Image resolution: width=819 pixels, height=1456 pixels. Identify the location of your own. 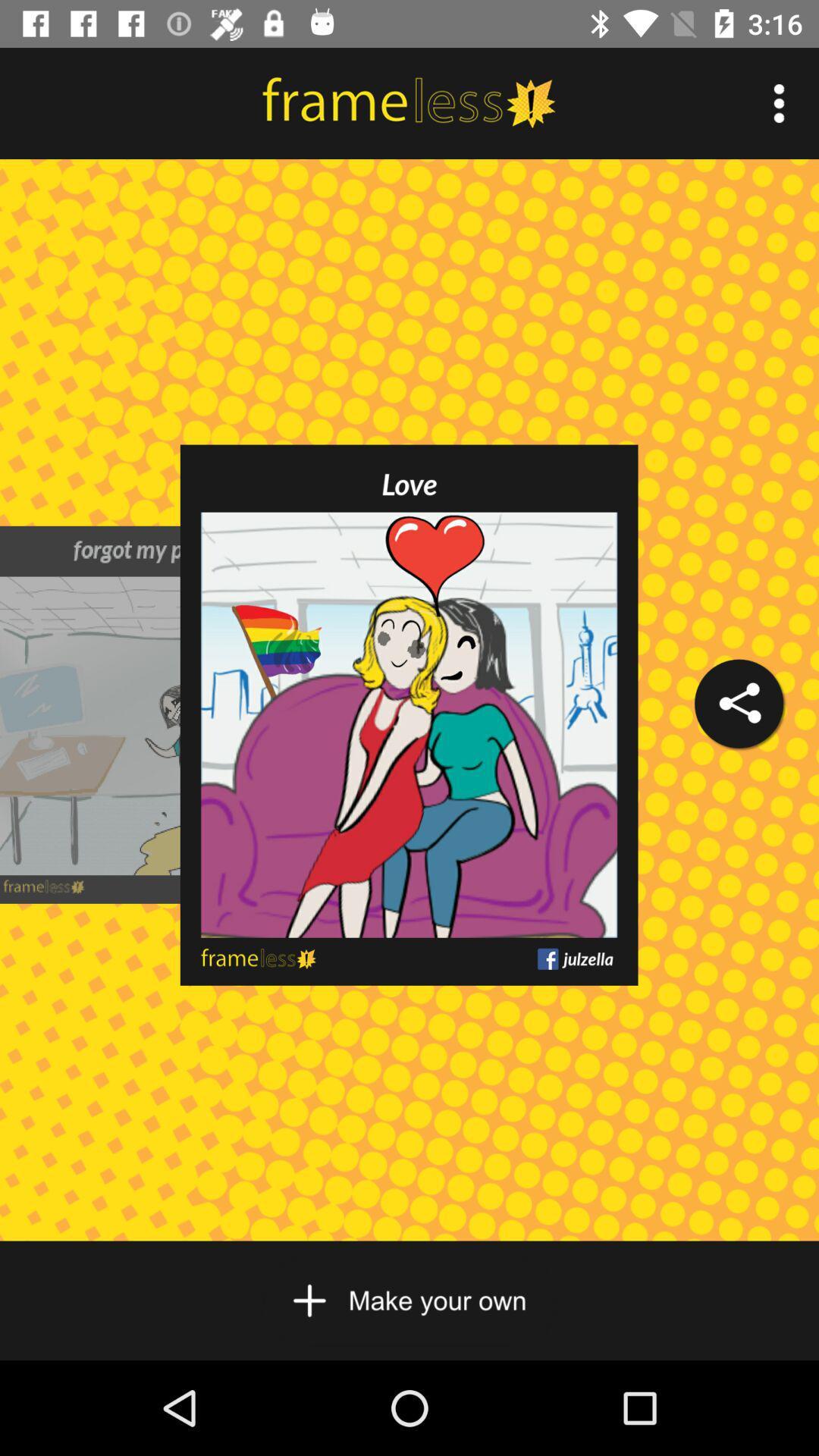
(408, 1300).